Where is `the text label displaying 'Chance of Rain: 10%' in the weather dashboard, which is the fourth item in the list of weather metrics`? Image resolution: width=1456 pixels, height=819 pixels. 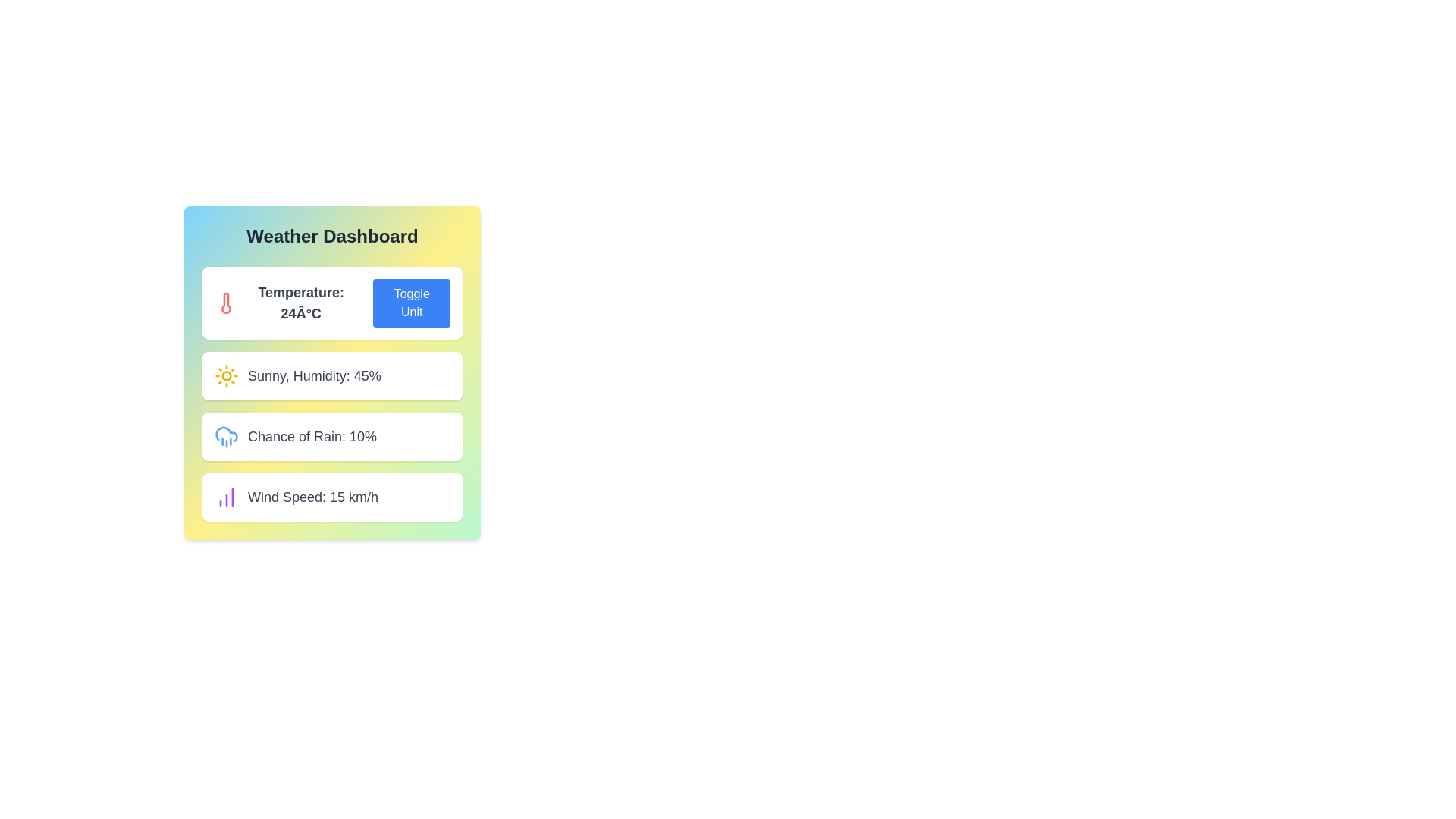 the text label displaying 'Chance of Rain: 10%' in the weather dashboard, which is the fourth item in the list of weather metrics is located at coordinates (312, 436).